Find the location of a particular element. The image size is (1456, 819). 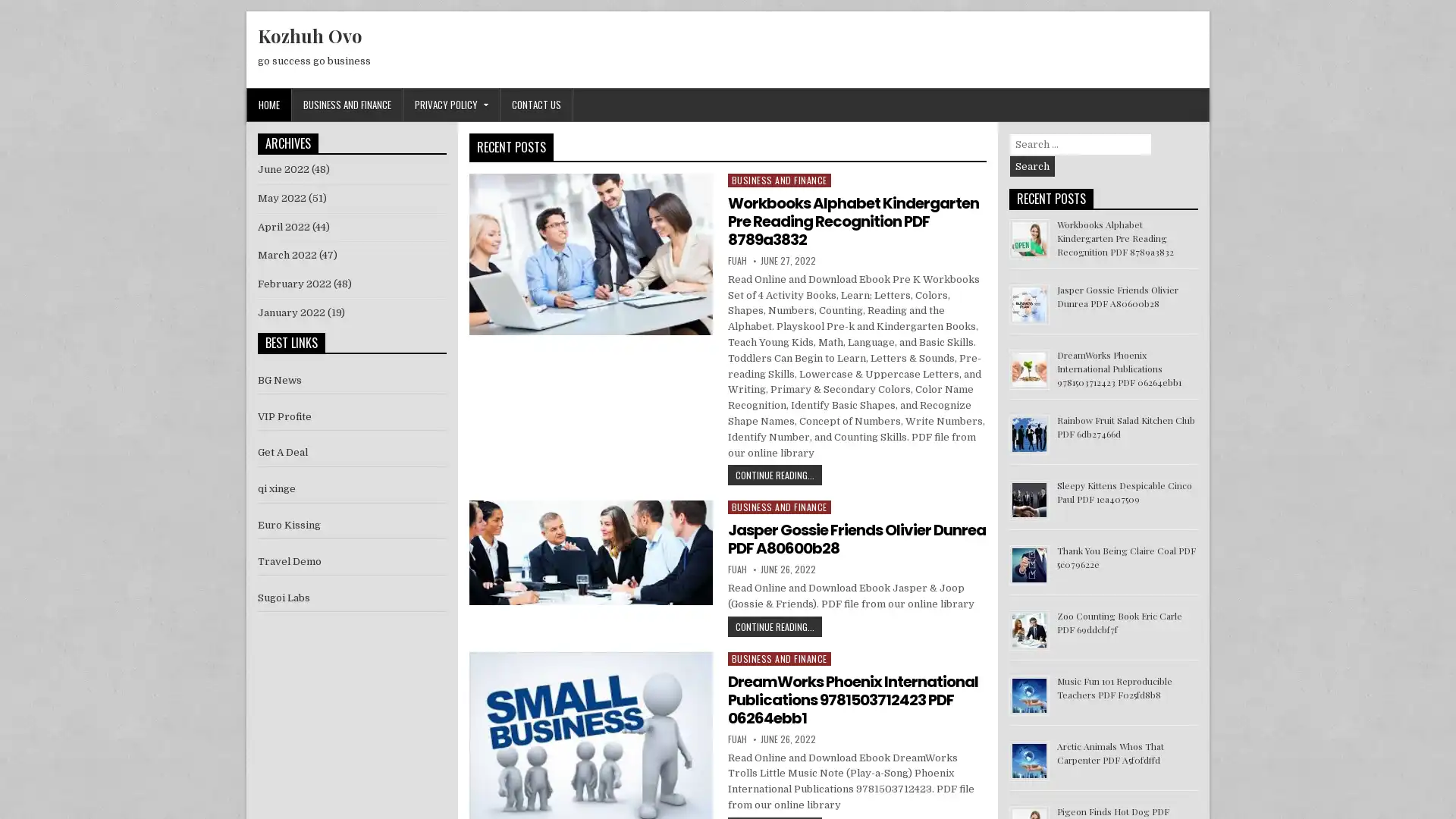

Search is located at coordinates (1031, 166).